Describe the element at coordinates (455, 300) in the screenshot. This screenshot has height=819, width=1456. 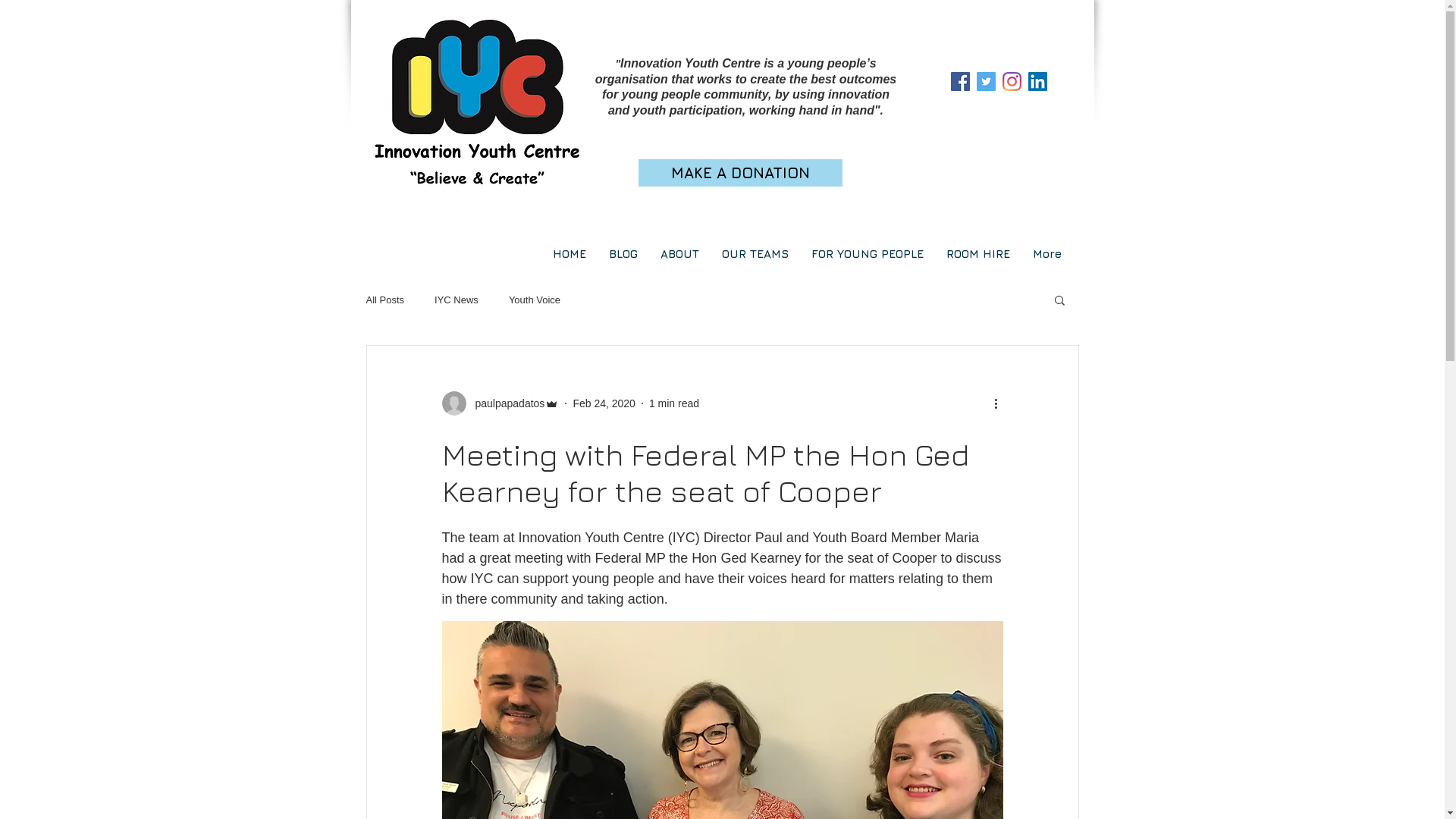
I see `'IYC News'` at that location.